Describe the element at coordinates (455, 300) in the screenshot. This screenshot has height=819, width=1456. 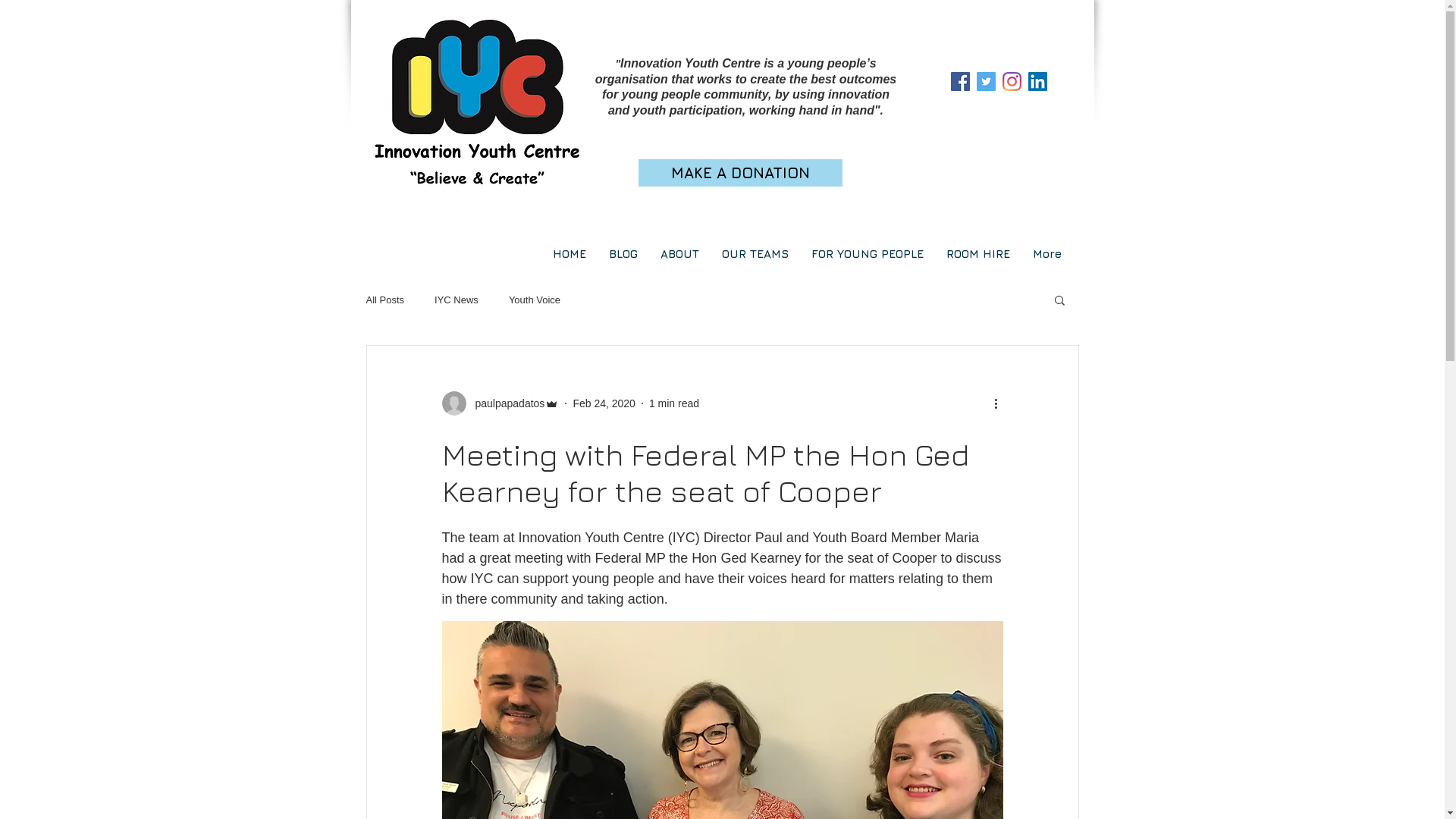
I see `'IYC News'` at that location.